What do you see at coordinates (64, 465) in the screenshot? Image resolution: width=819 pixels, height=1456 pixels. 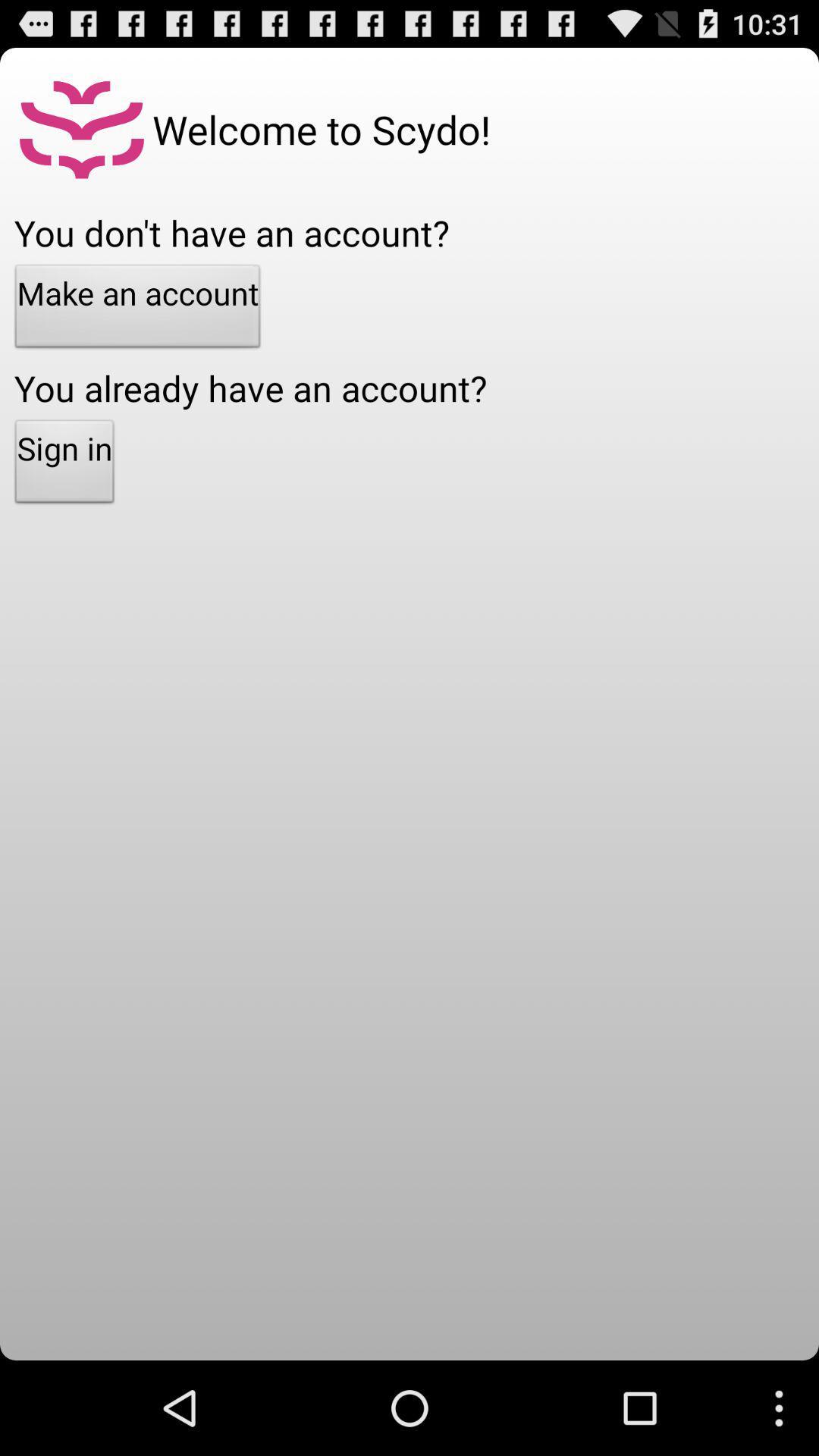 I see `sign in` at bounding box center [64, 465].